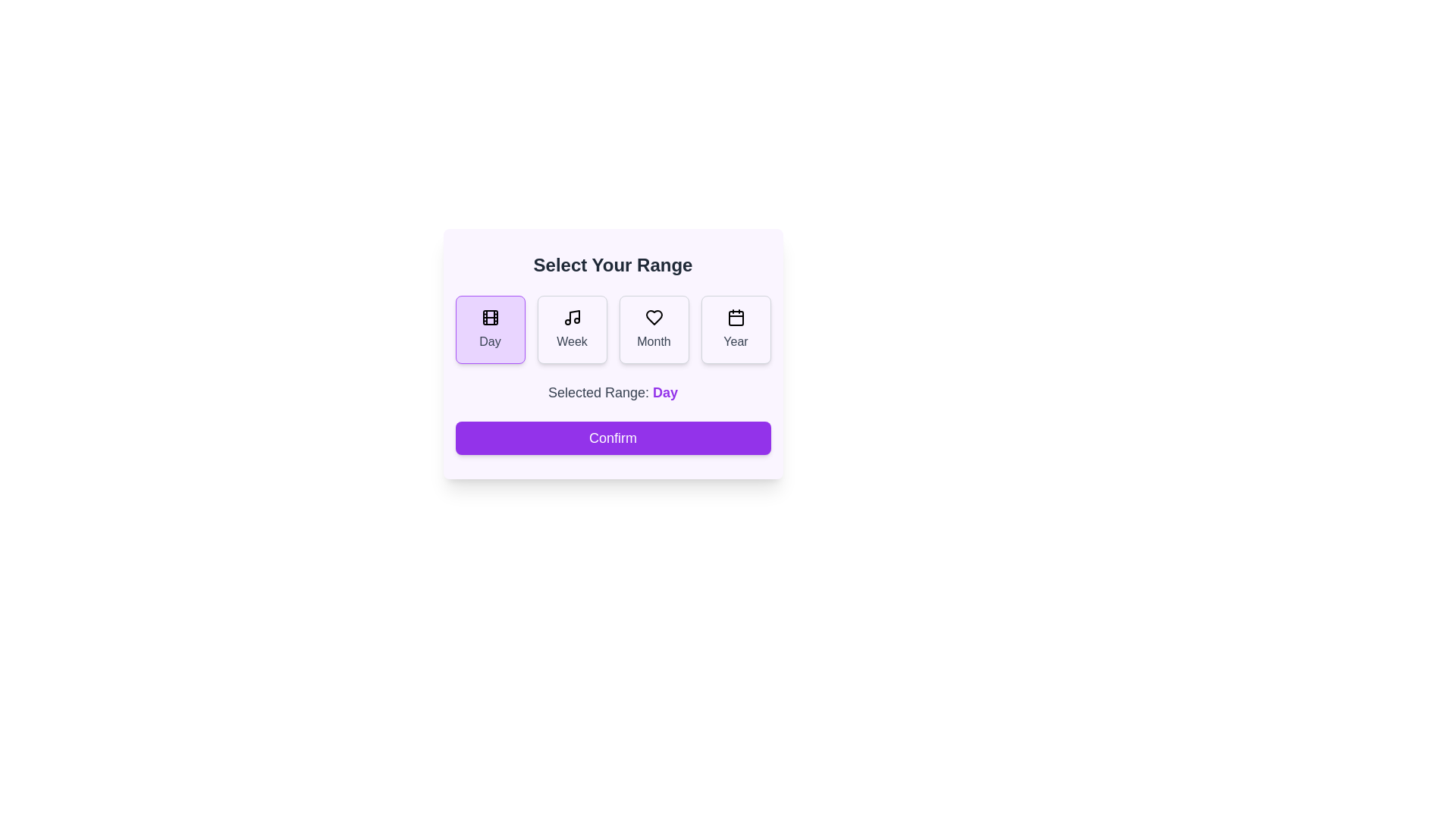  Describe the element at coordinates (736, 329) in the screenshot. I see `the 'Year' button, which is a large rectangular button with a soft purple background, a calendar icon at the top, and the text 'Year' underneath in a bold, dark font, located to the far right of the button group under the heading 'Select Your Range'` at that location.